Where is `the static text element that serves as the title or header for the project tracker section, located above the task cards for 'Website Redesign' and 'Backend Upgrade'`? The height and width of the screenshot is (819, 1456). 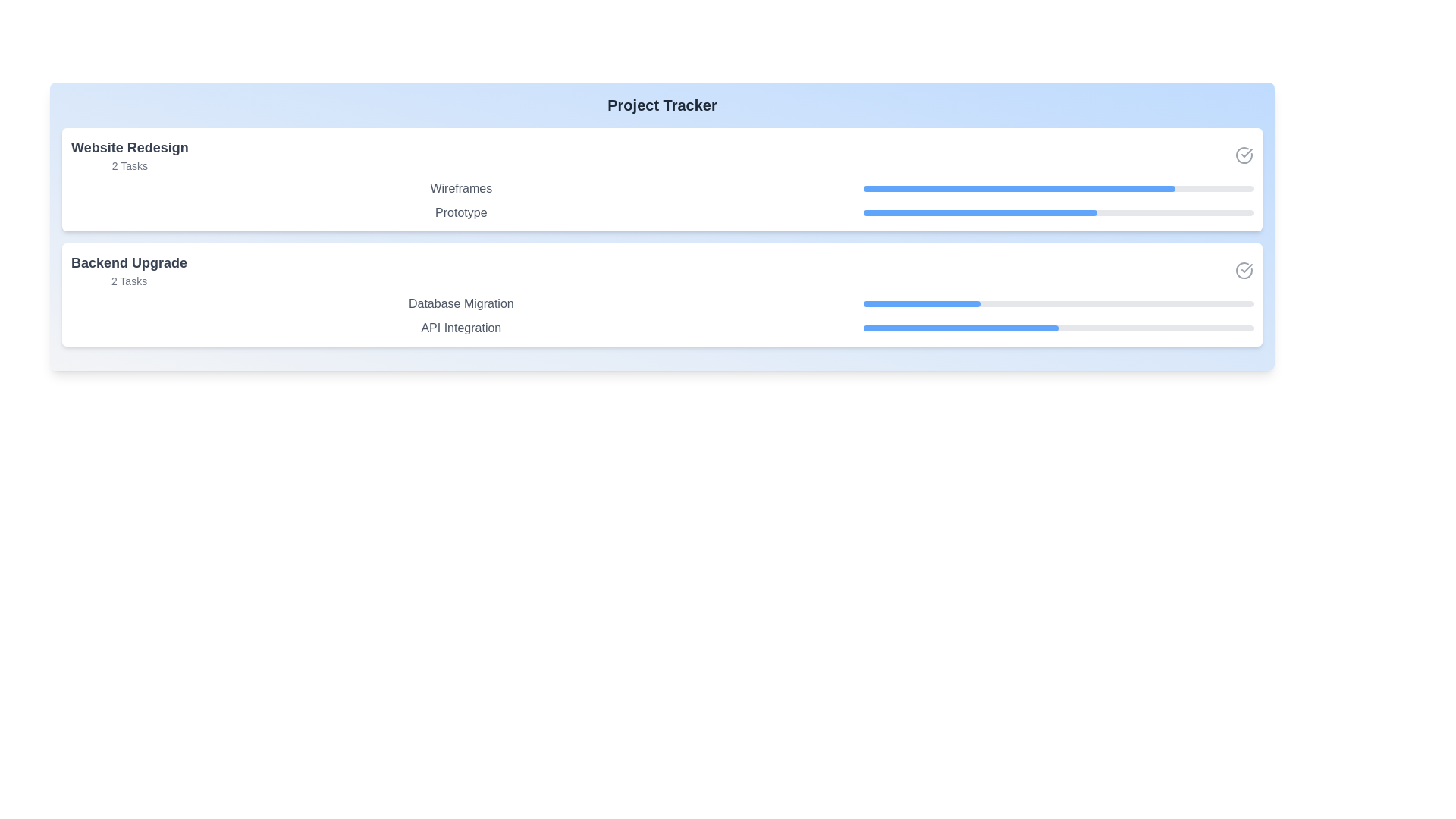 the static text element that serves as the title or header for the project tracker section, located above the task cards for 'Website Redesign' and 'Backend Upgrade' is located at coordinates (662, 104).